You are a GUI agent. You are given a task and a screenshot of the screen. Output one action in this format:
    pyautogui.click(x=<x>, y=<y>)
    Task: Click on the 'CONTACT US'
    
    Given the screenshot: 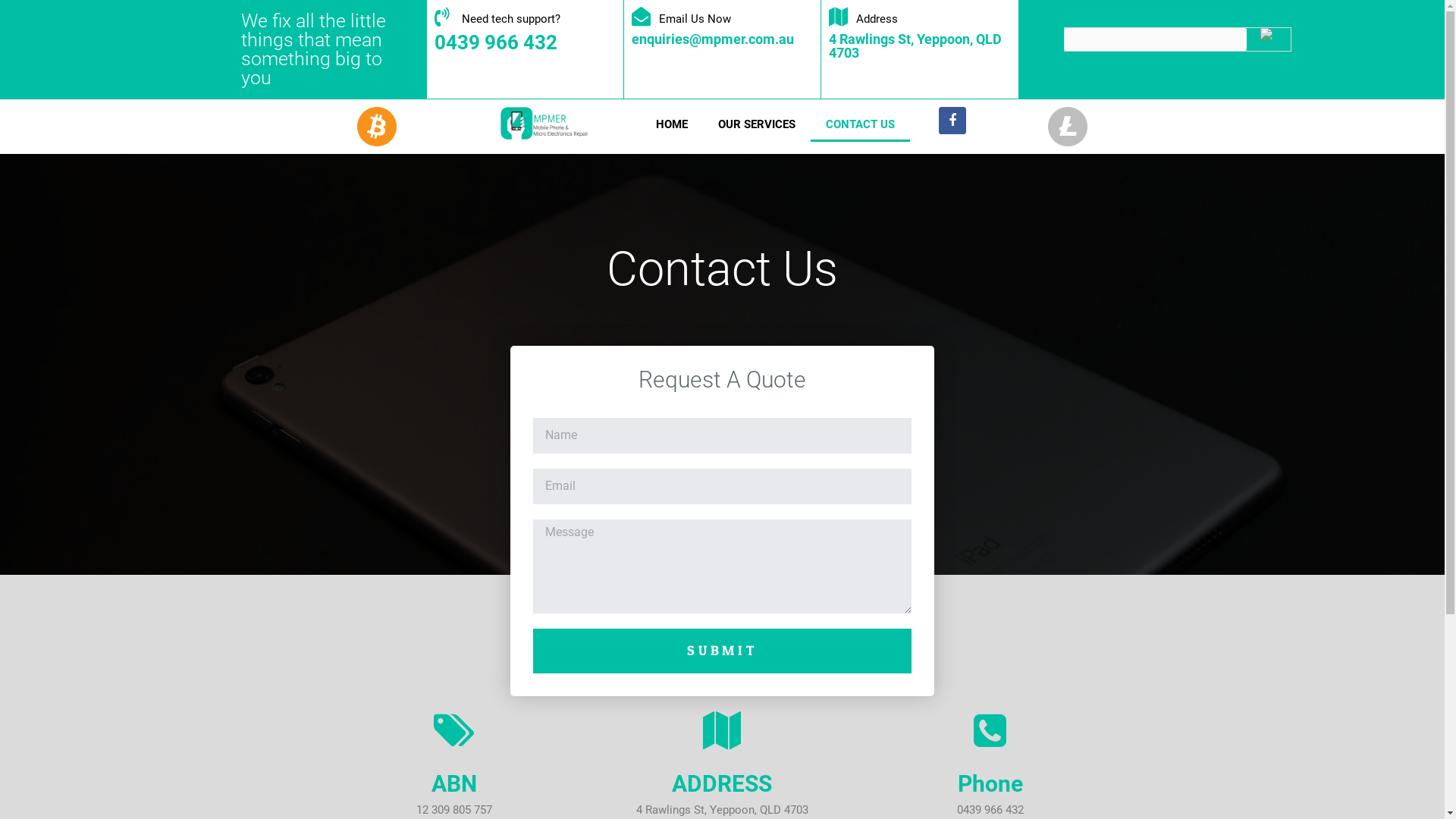 What is the action you would take?
    pyautogui.click(x=860, y=124)
    